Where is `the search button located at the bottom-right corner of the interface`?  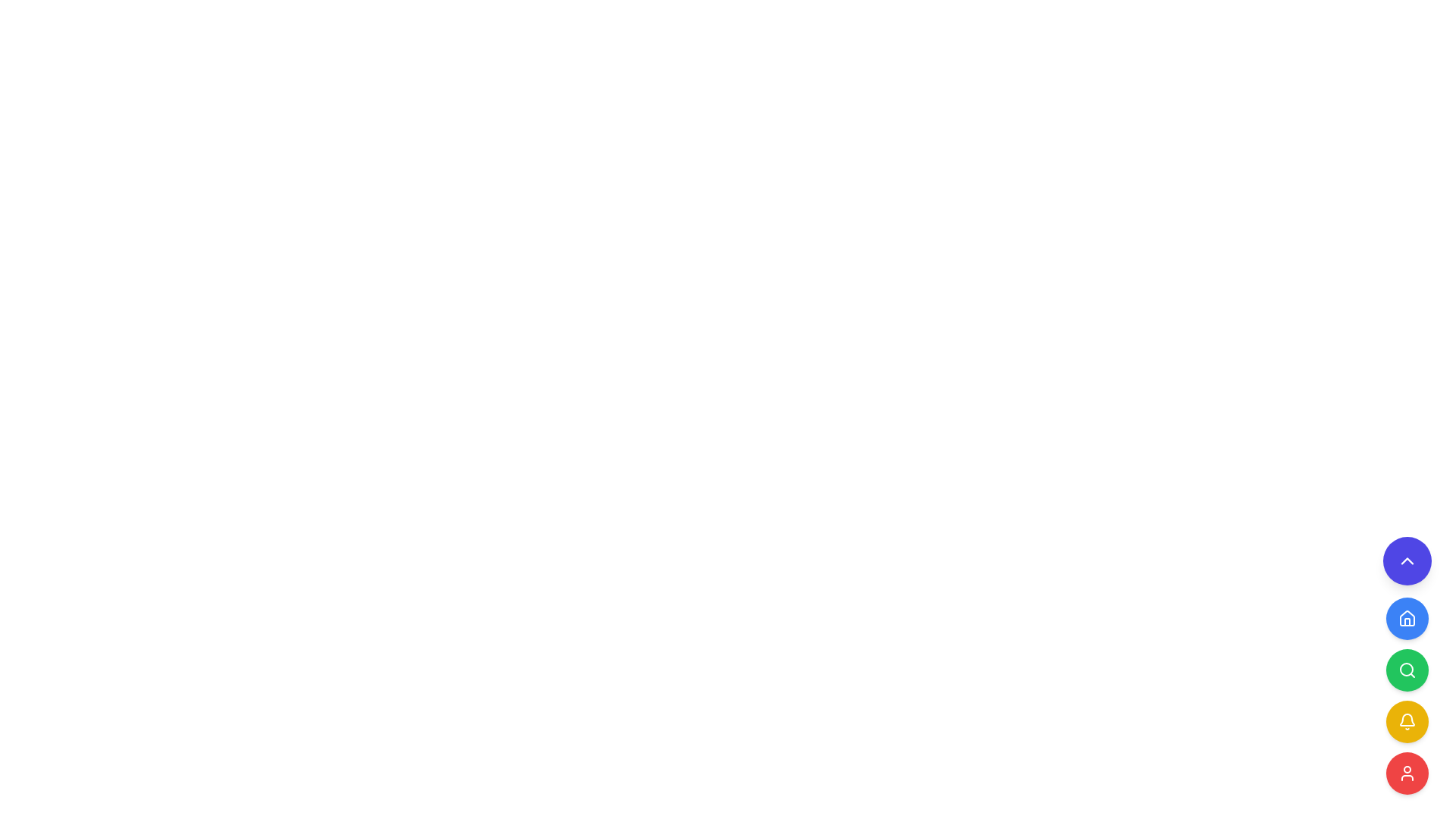 the search button located at the bottom-right corner of the interface is located at coordinates (1407, 665).